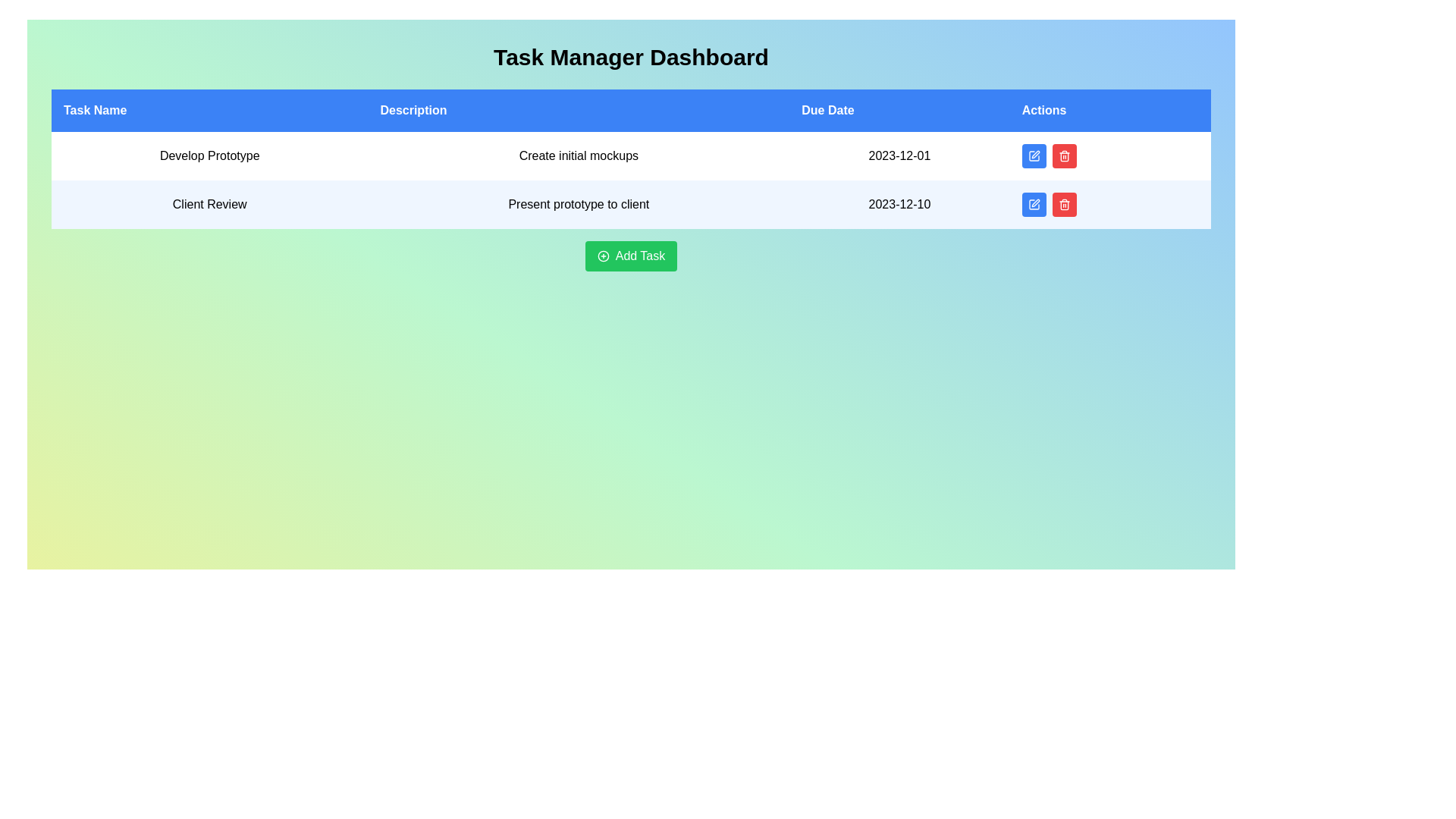 This screenshot has width=1456, height=819. What do you see at coordinates (1033, 155) in the screenshot?
I see `the blue button with rounded corners and a white pen icon located in the first row under the Actions column` at bounding box center [1033, 155].